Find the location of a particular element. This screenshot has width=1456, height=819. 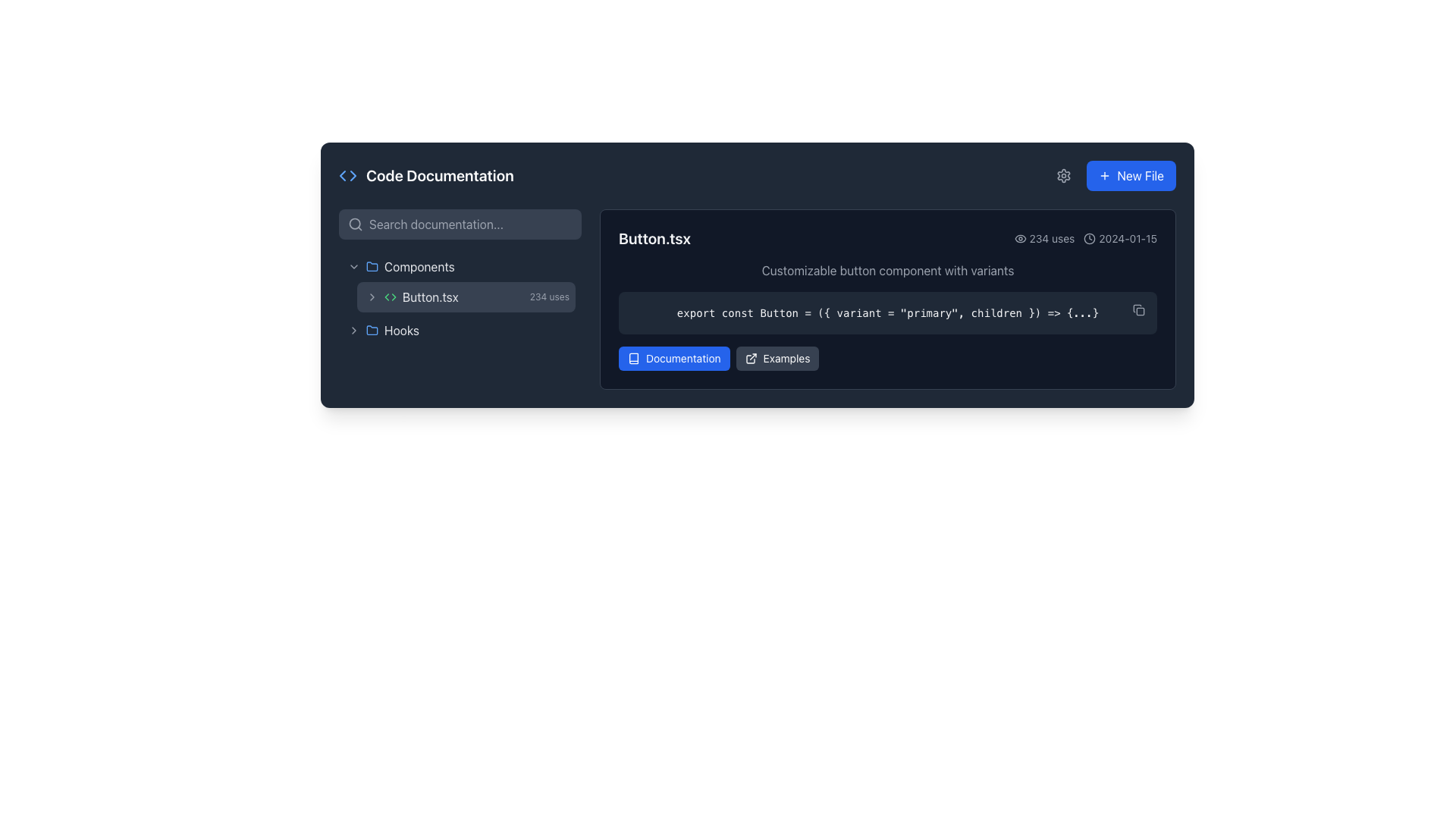

the blue rectangular button labeled 'Documentation' with a white open book icon is located at coordinates (673, 359).